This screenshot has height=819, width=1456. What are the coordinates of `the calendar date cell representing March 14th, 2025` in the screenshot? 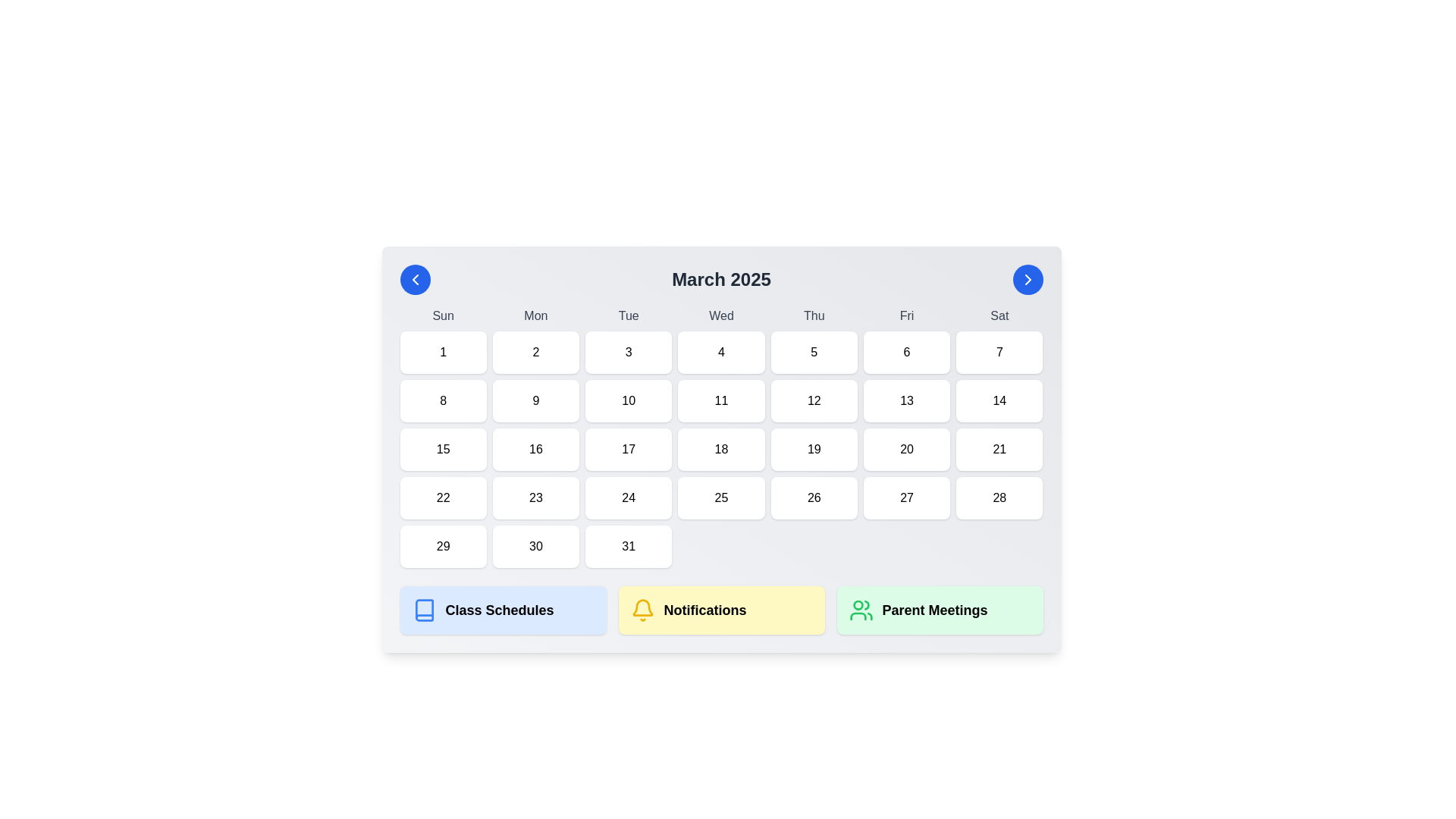 It's located at (999, 400).